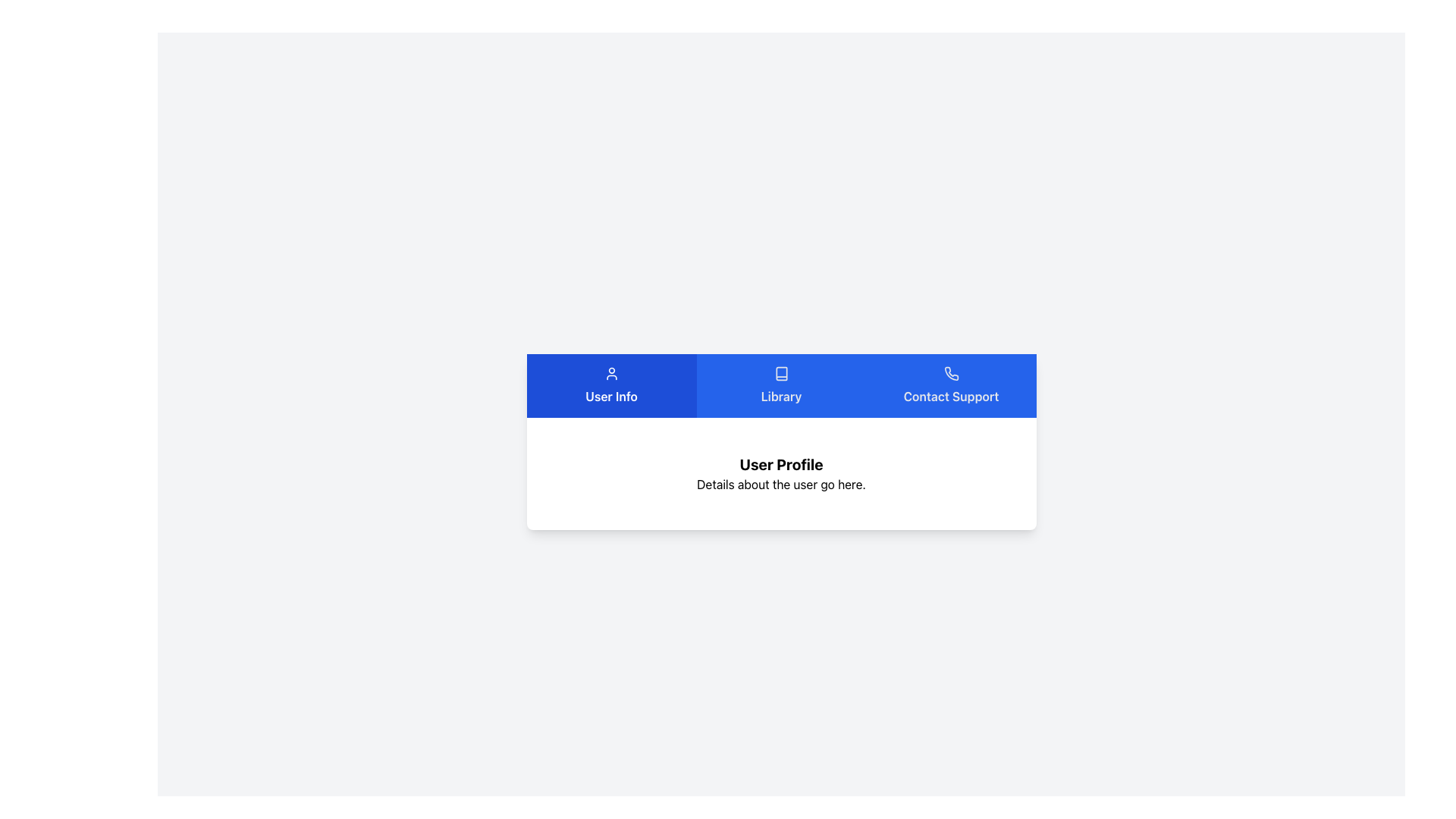 The width and height of the screenshot is (1456, 819). What do you see at coordinates (950, 374) in the screenshot?
I see `the 'Contact Support' icon located at the top section of the interface, which precedes the 'Contact Support' label in the navigation row` at bounding box center [950, 374].